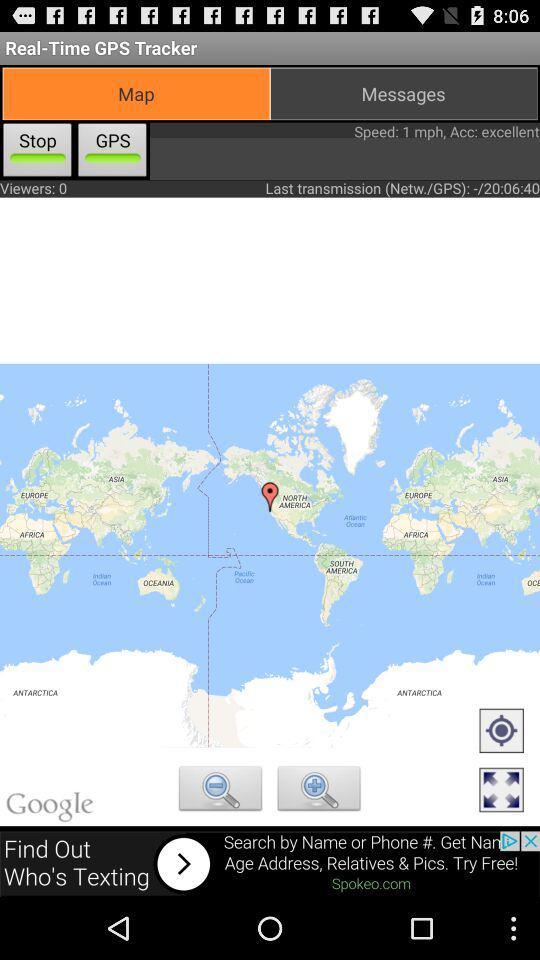  Describe the element at coordinates (500, 791) in the screenshot. I see `full screen` at that location.